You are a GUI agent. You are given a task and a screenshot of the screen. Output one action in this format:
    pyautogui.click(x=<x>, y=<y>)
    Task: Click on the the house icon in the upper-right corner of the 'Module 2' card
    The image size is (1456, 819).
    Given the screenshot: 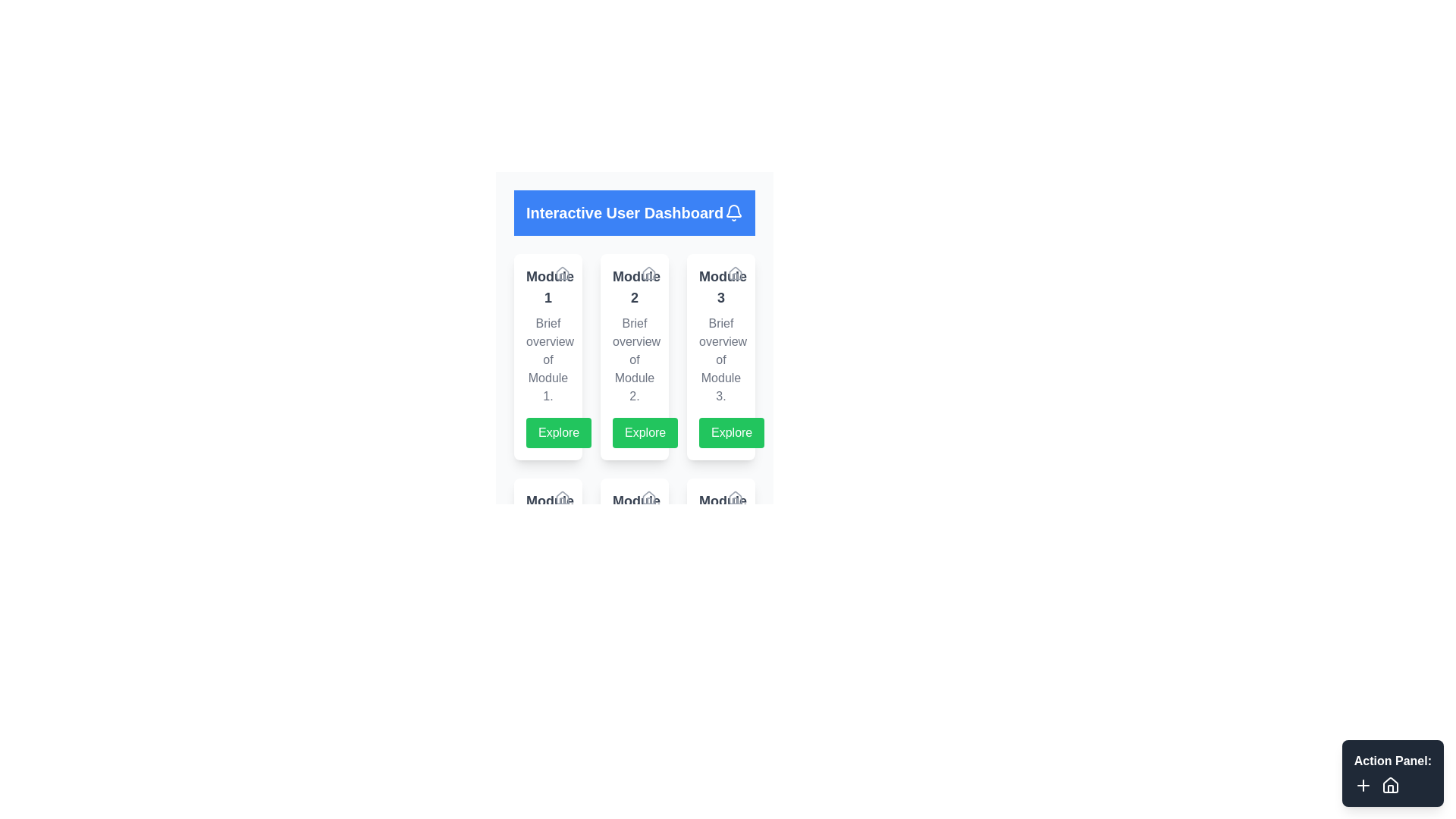 What is the action you would take?
    pyautogui.click(x=648, y=274)
    